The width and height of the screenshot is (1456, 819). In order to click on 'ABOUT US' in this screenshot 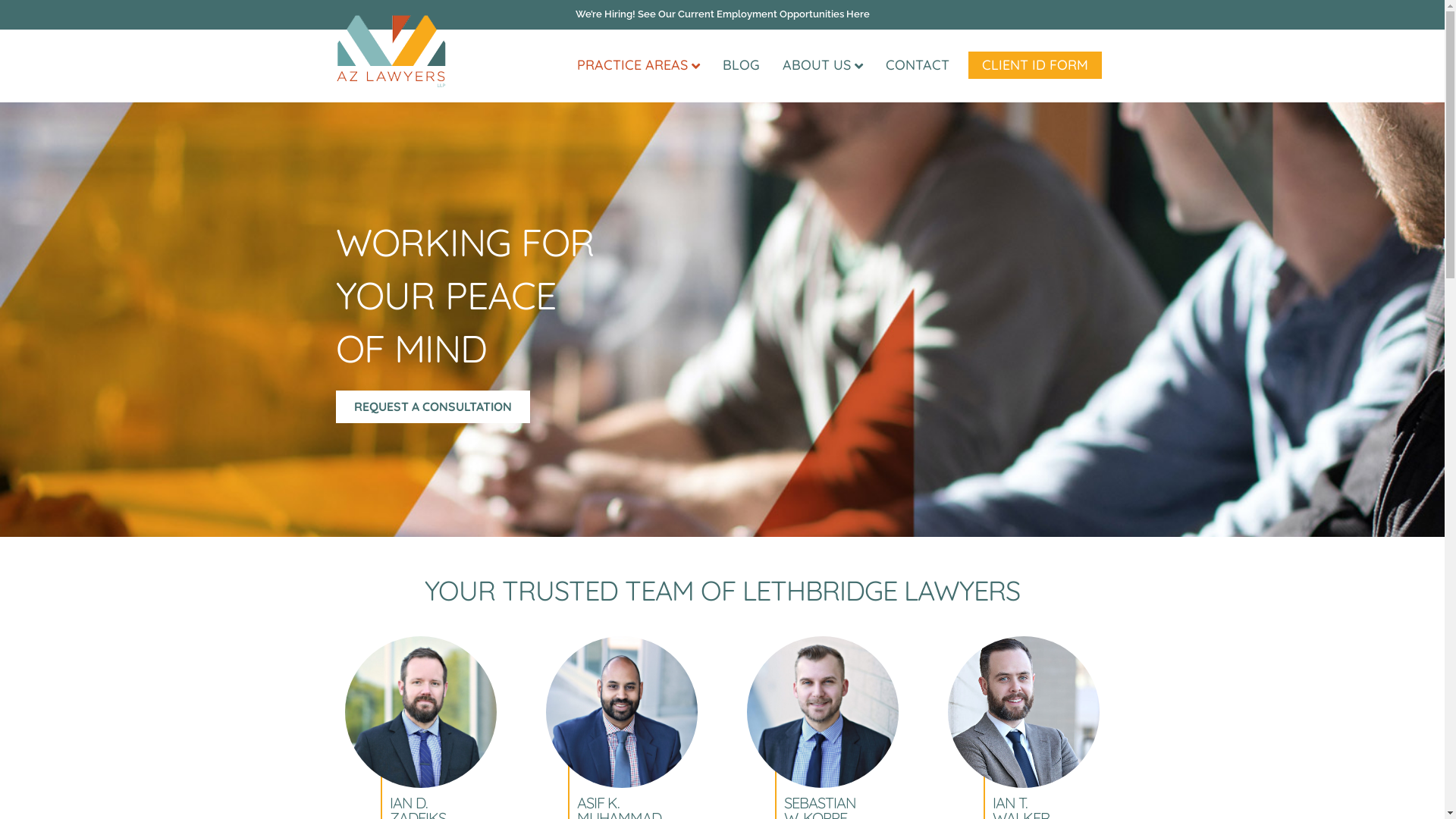, I will do `click(821, 64)`.